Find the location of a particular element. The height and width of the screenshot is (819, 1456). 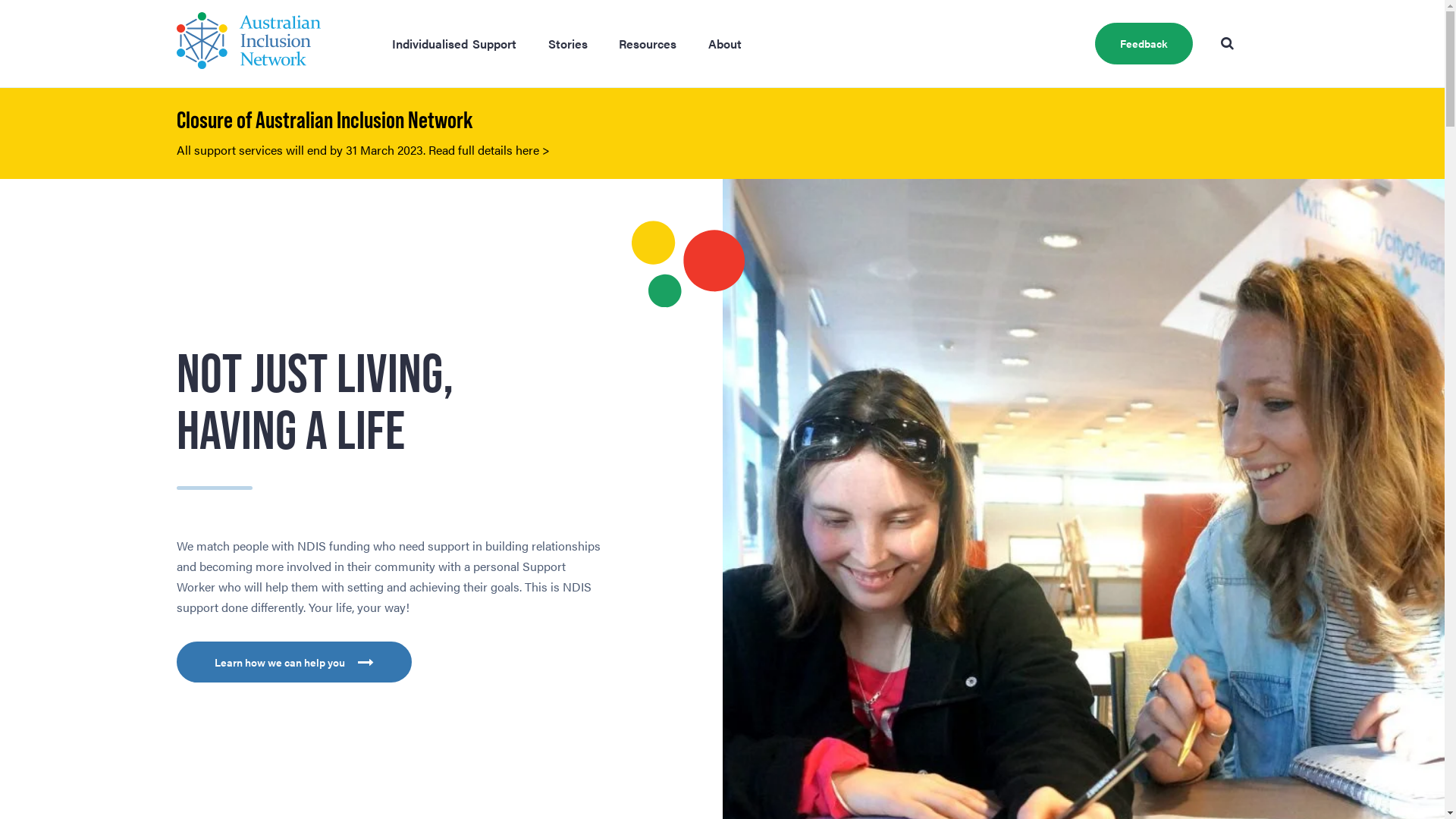

'About' is located at coordinates (723, 42).